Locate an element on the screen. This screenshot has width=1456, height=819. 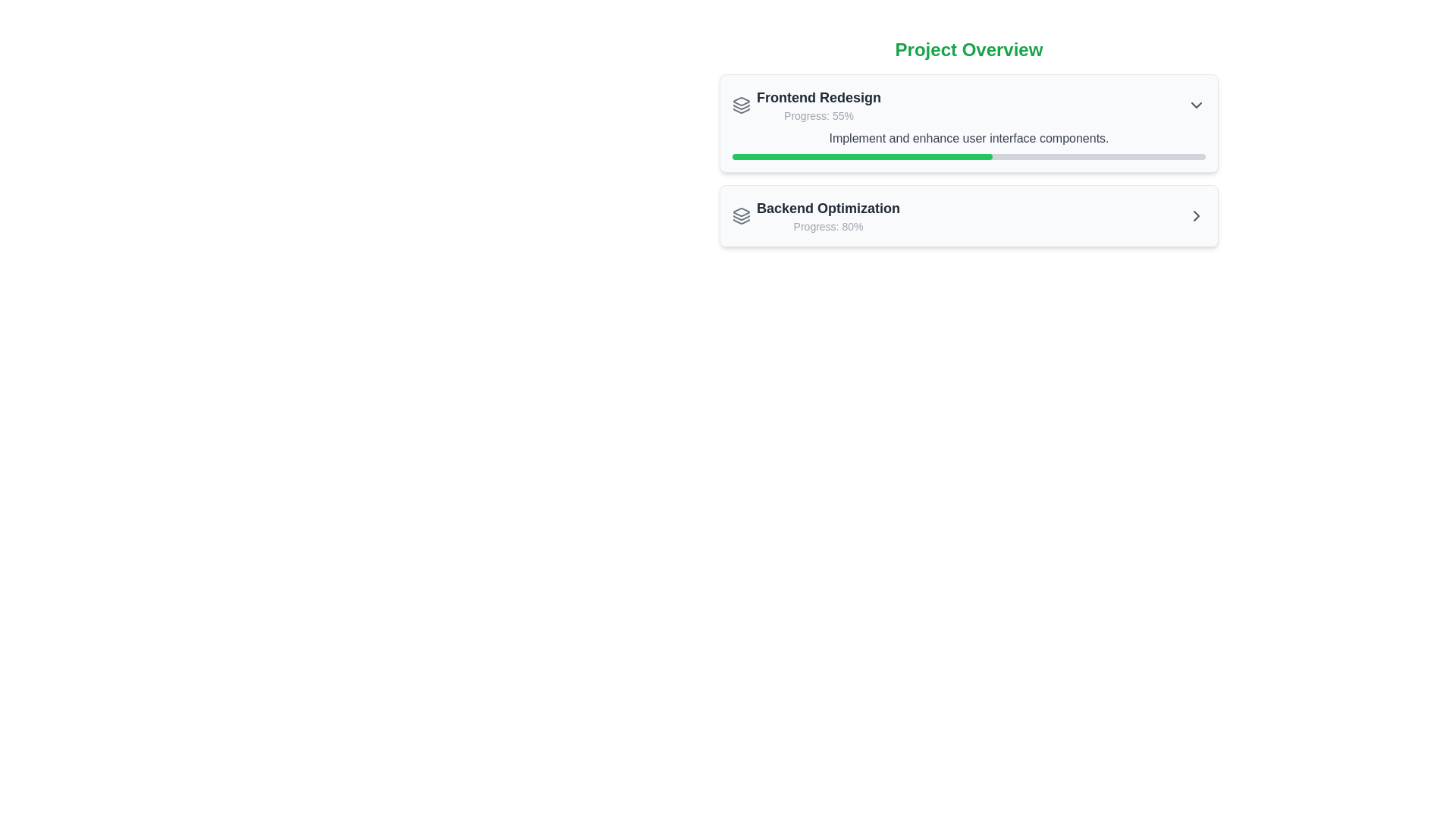
text label that serves as the title for the project entry located at the top of the project overview section is located at coordinates (818, 97).